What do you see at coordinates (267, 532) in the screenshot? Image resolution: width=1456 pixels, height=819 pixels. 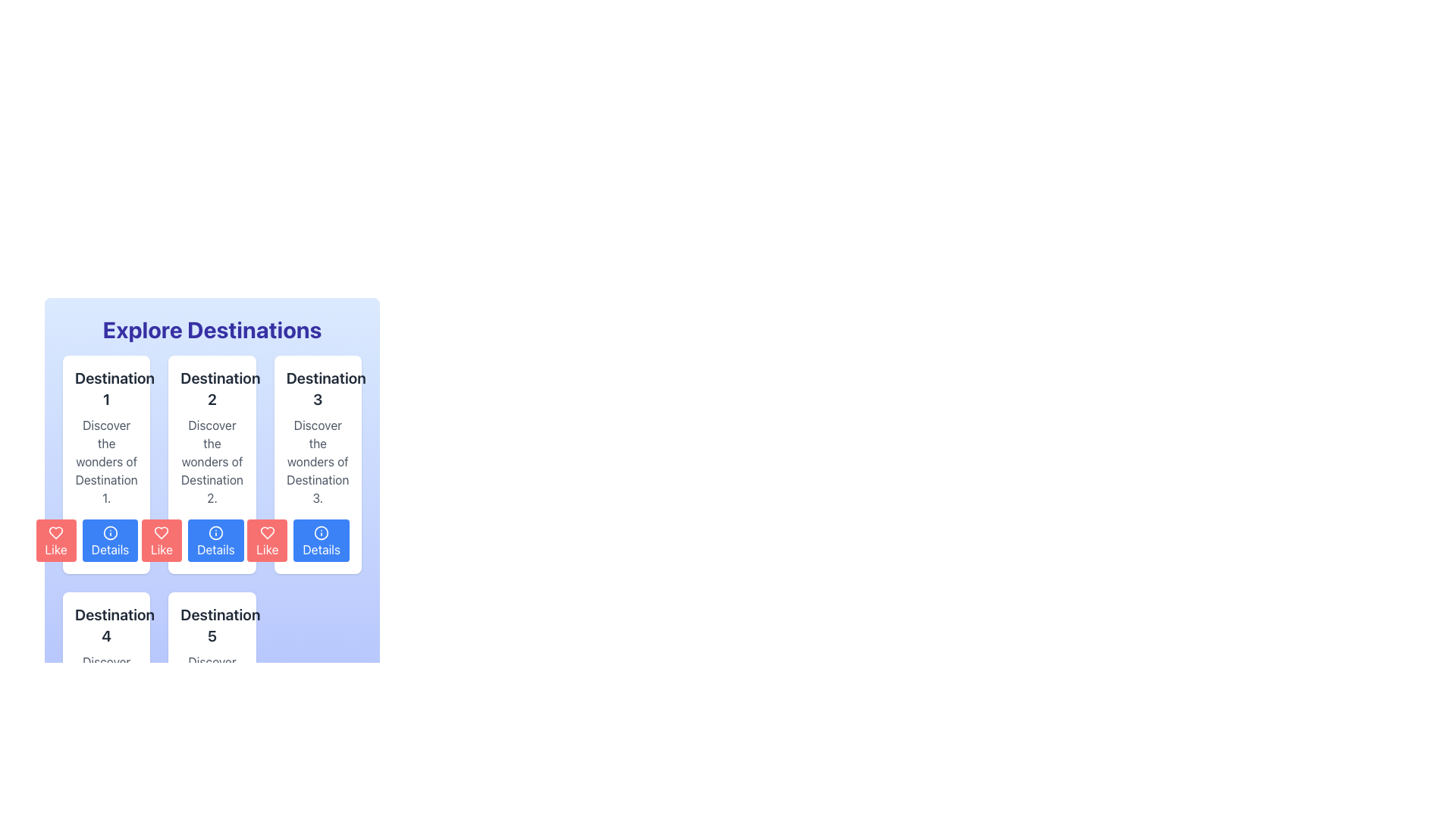 I see `the heart-shaped icon within the 'Like' button under the 'Destination 3' card in the 'Explore Destinations' section` at bounding box center [267, 532].